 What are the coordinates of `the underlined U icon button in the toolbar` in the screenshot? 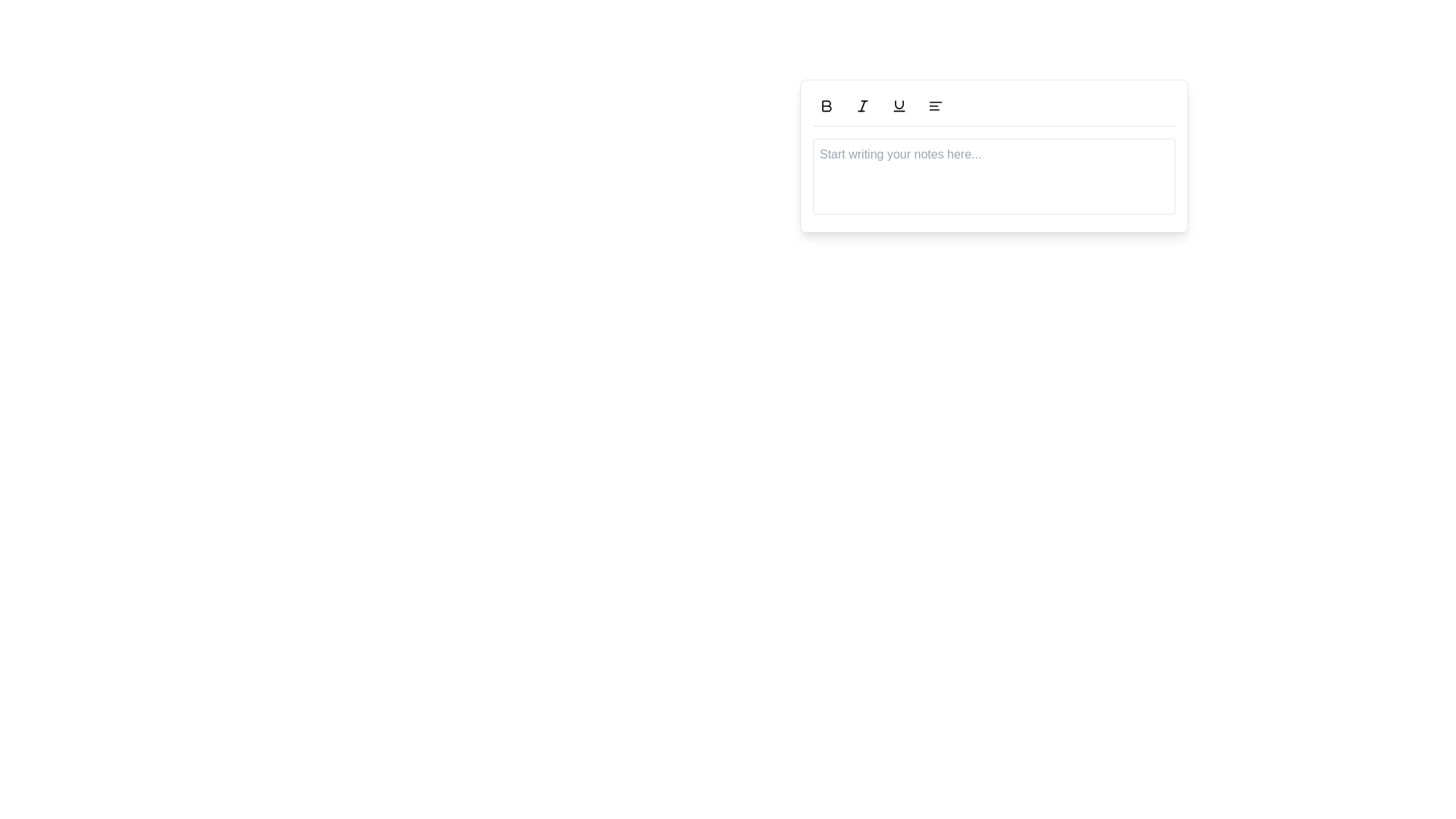 It's located at (899, 105).